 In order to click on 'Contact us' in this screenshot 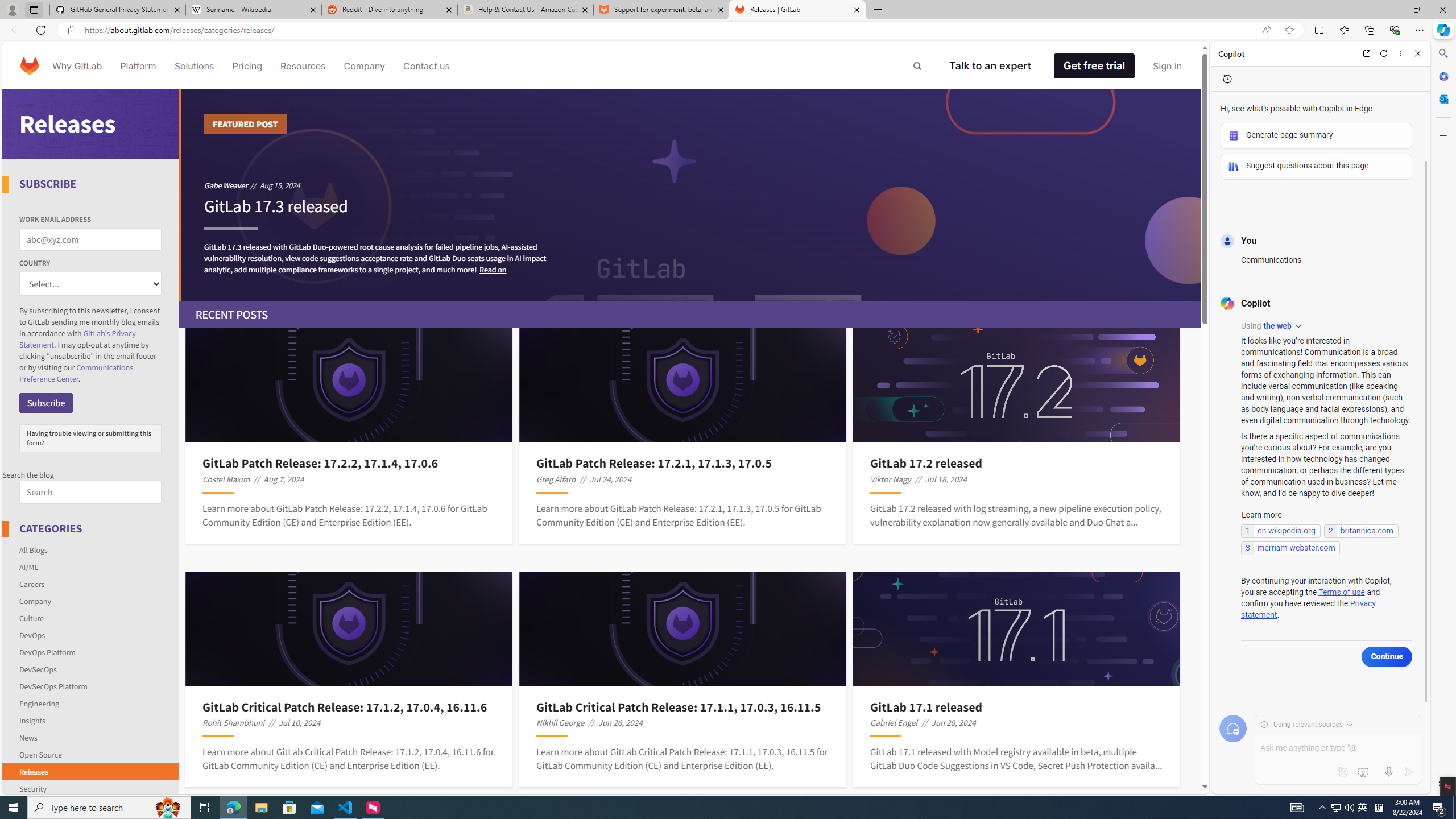, I will do `click(427, 65)`.